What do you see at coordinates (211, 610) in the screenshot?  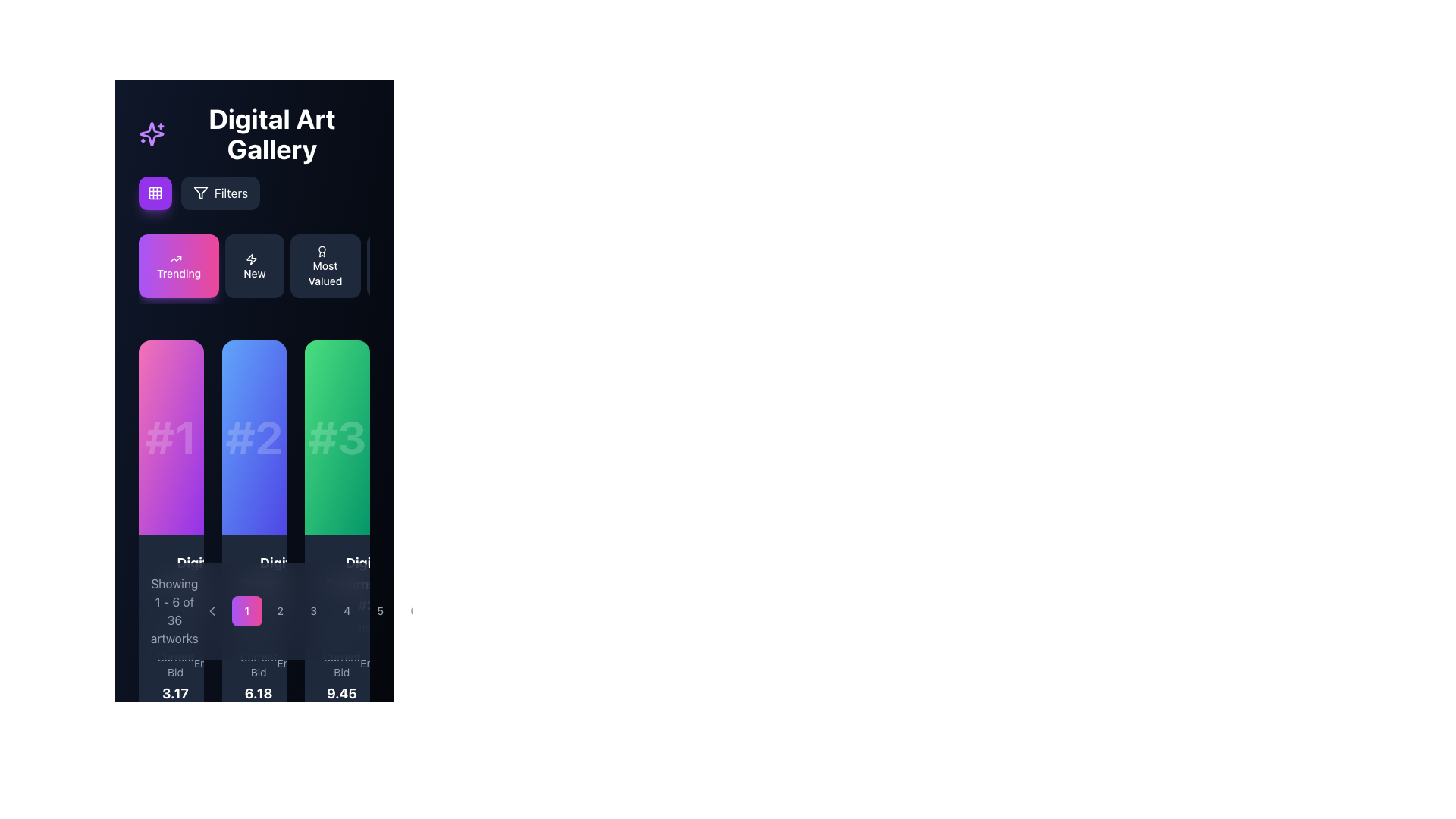 I see `the pagination button containing the SVG arrow icon to observe the hover effect` at bounding box center [211, 610].